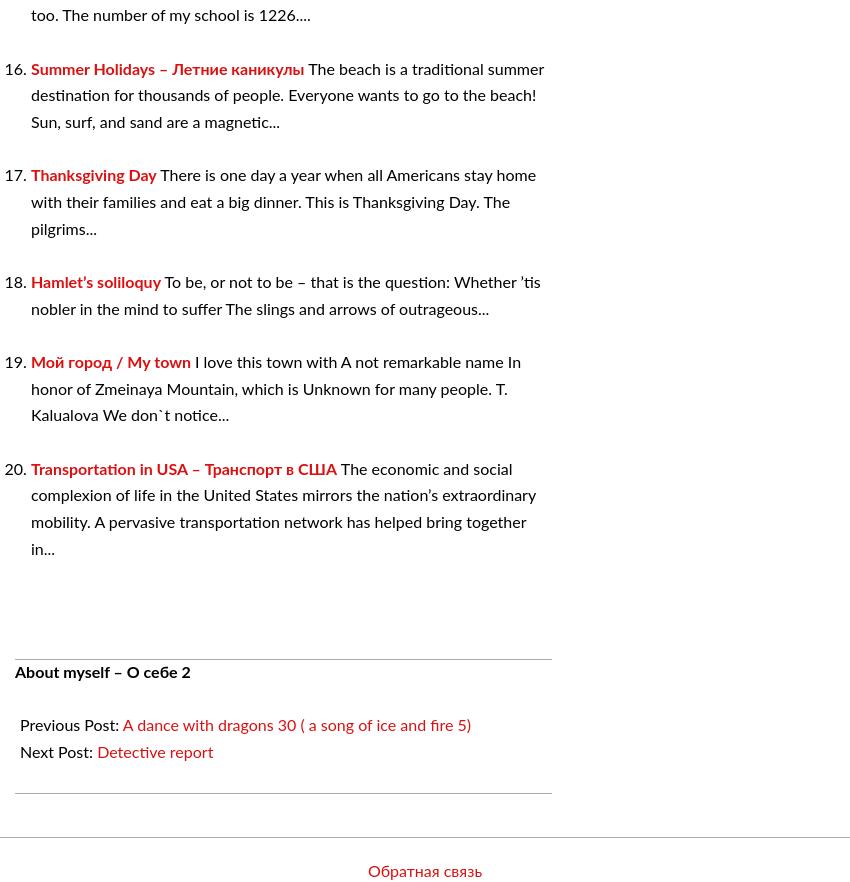 This screenshot has height=882, width=850. Describe the element at coordinates (285, 94) in the screenshot. I see `'The beach is a traditional summer destination for thousands of people. Everyone wants to go to the beach! Sun, surf, and sand are a magnetic...'` at that location.